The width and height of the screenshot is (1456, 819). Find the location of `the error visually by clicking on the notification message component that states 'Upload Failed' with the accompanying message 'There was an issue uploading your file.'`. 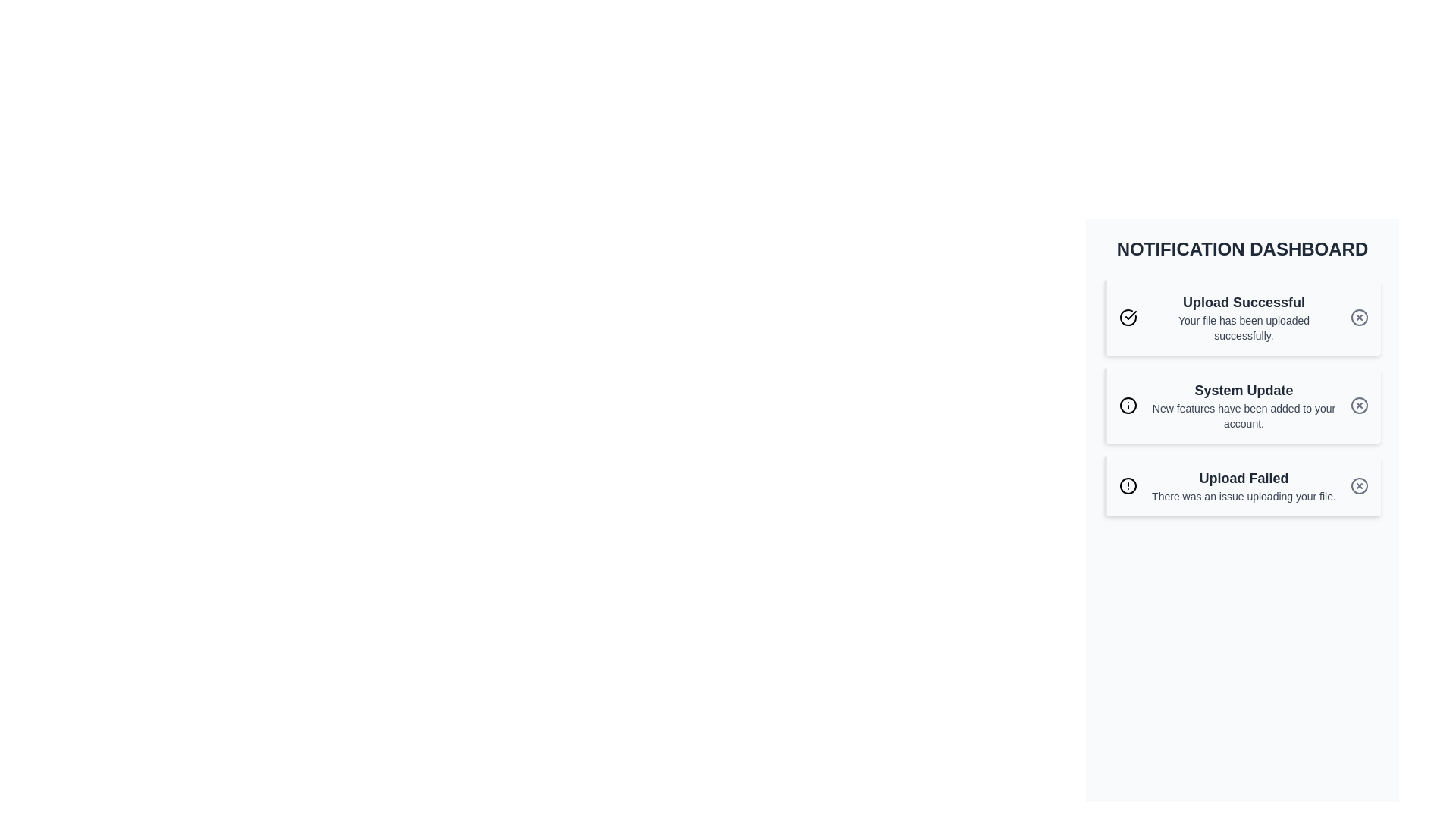

the error visually by clicking on the notification message component that states 'Upload Failed' with the accompanying message 'There was an issue uploading your file.' is located at coordinates (1244, 485).